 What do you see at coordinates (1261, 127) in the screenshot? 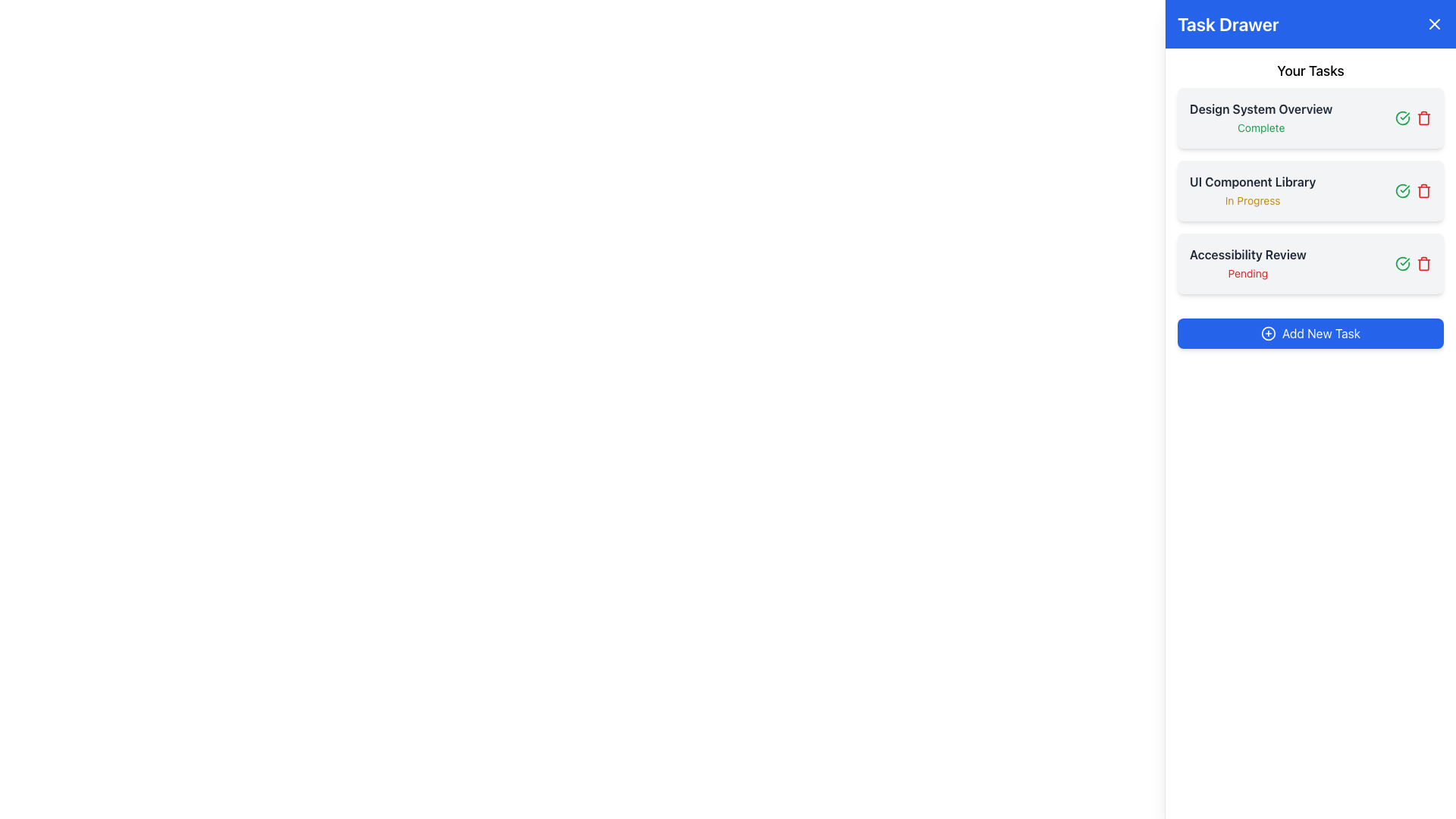
I see `text label that displays 'Complete', which is styled in small green-colored font and located below the 'Design System Overview' heading in the task list` at bounding box center [1261, 127].